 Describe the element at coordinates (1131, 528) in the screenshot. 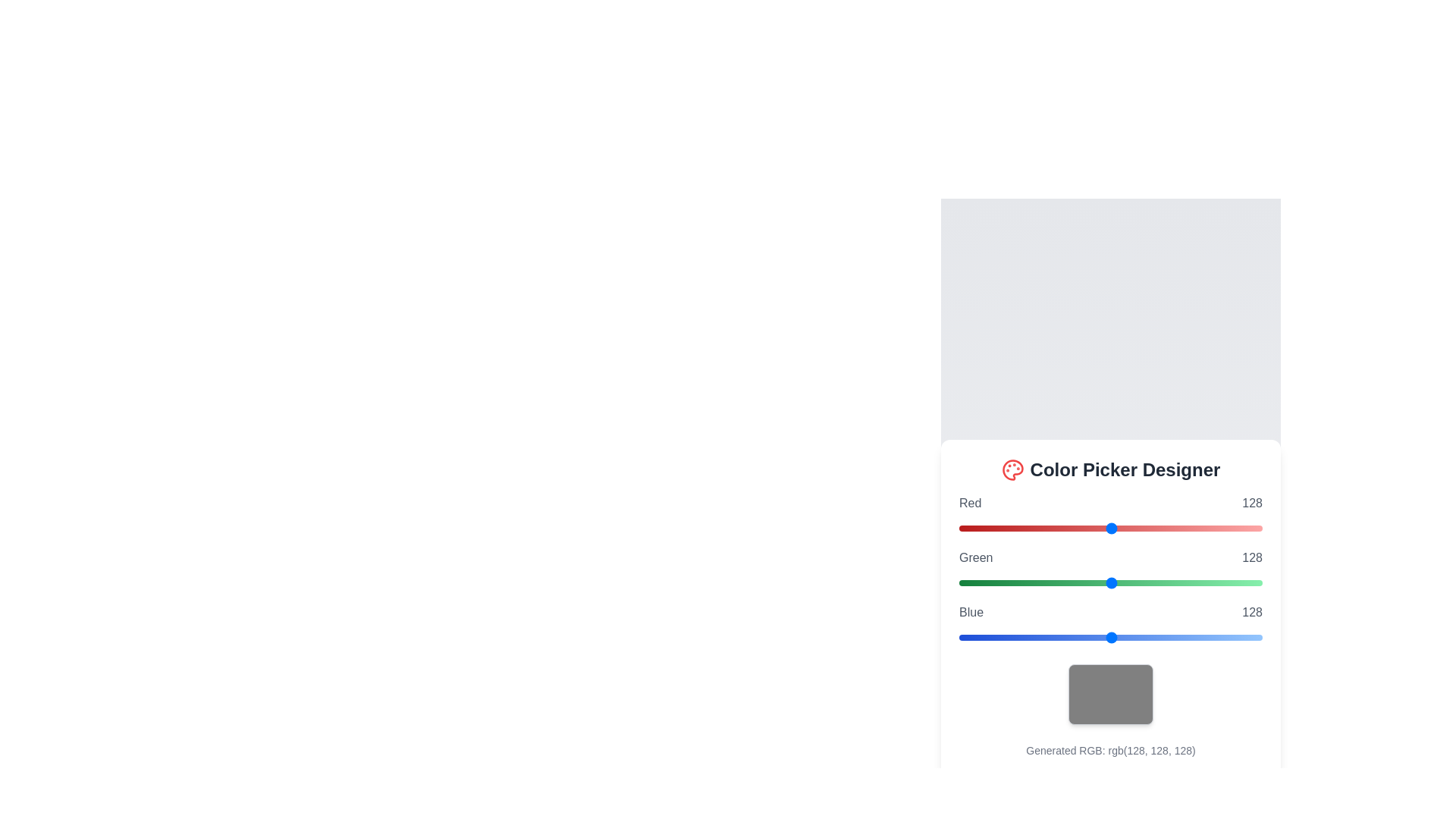

I see `the red color slider to set the value to 145` at that location.